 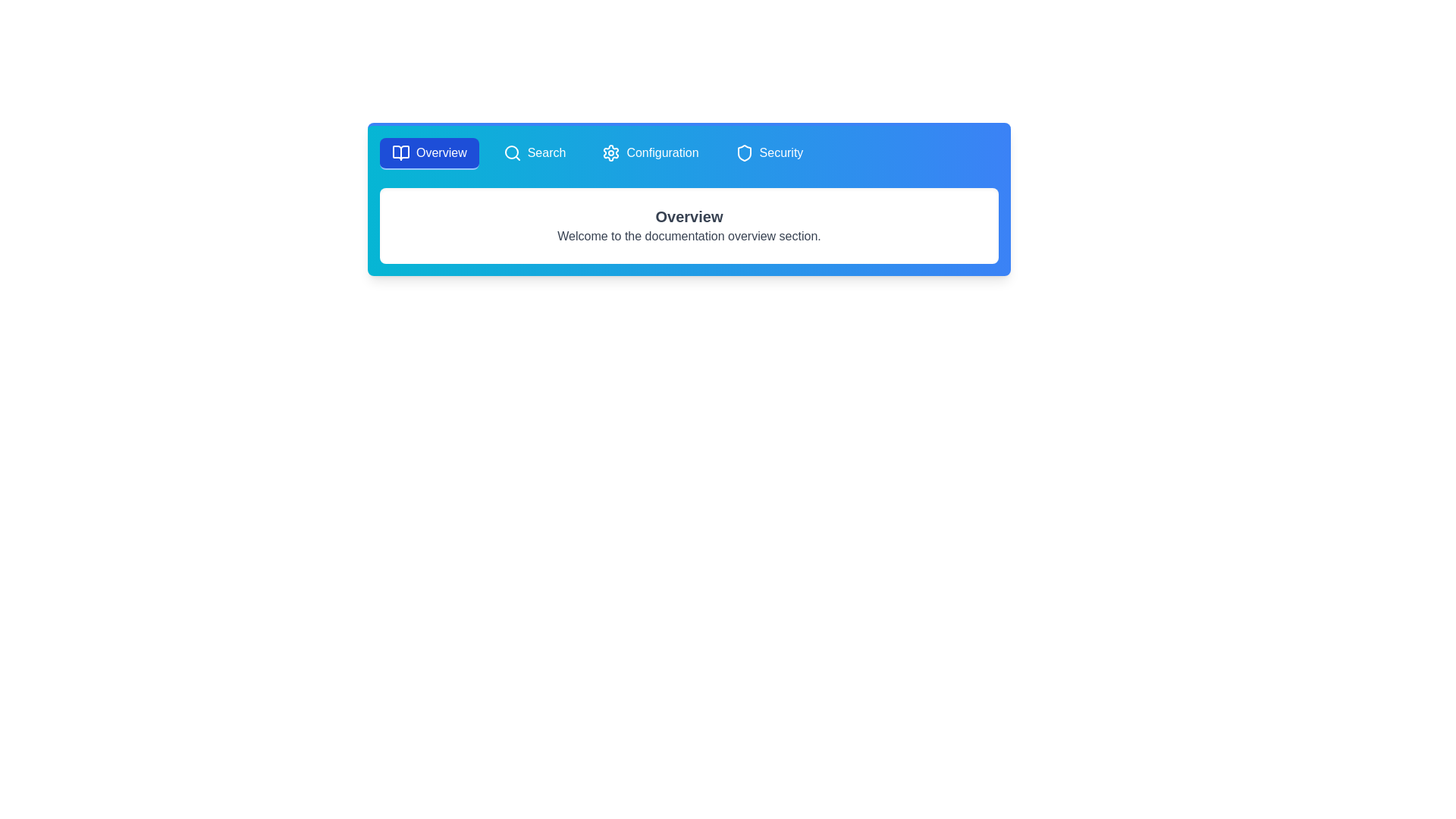 What do you see at coordinates (688, 225) in the screenshot?
I see `the Text Component (Header and Subtitle Combination) that provides context for the 'Overview' section, located in a light-colored rounded rectangle within a blue header-like section` at bounding box center [688, 225].